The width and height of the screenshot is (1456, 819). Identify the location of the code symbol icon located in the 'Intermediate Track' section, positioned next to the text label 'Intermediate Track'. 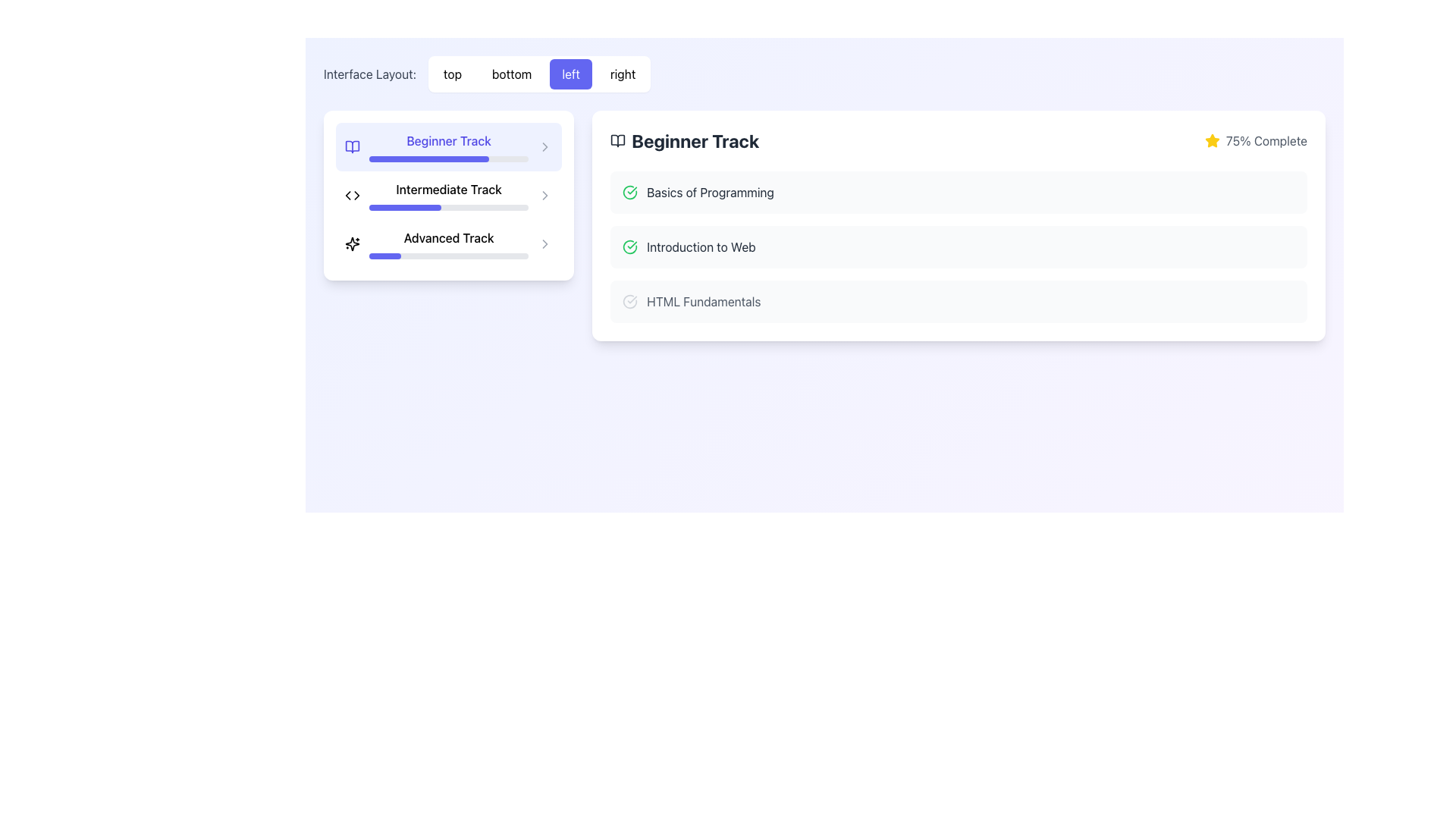
(352, 195).